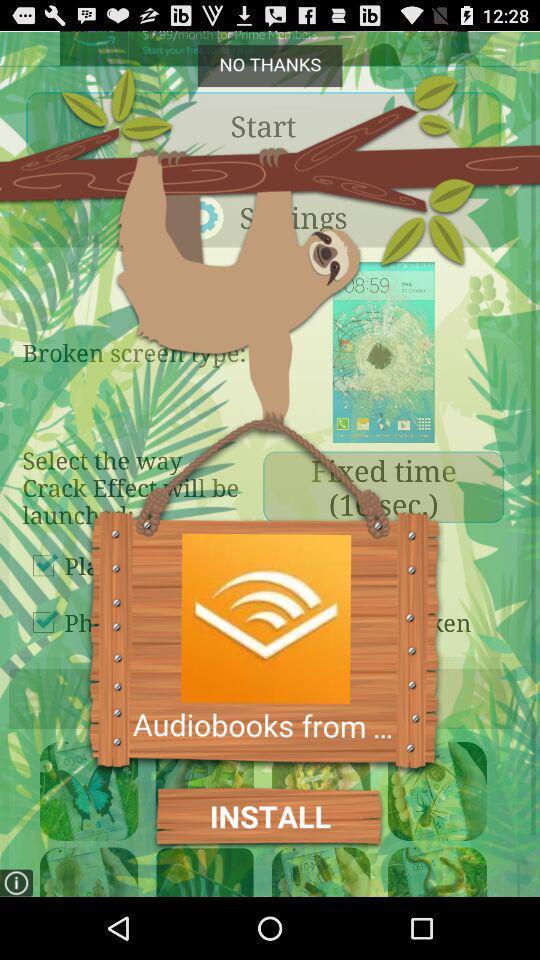 The image size is (540, 960). I want to click on the volume icon, so click(321, 933).